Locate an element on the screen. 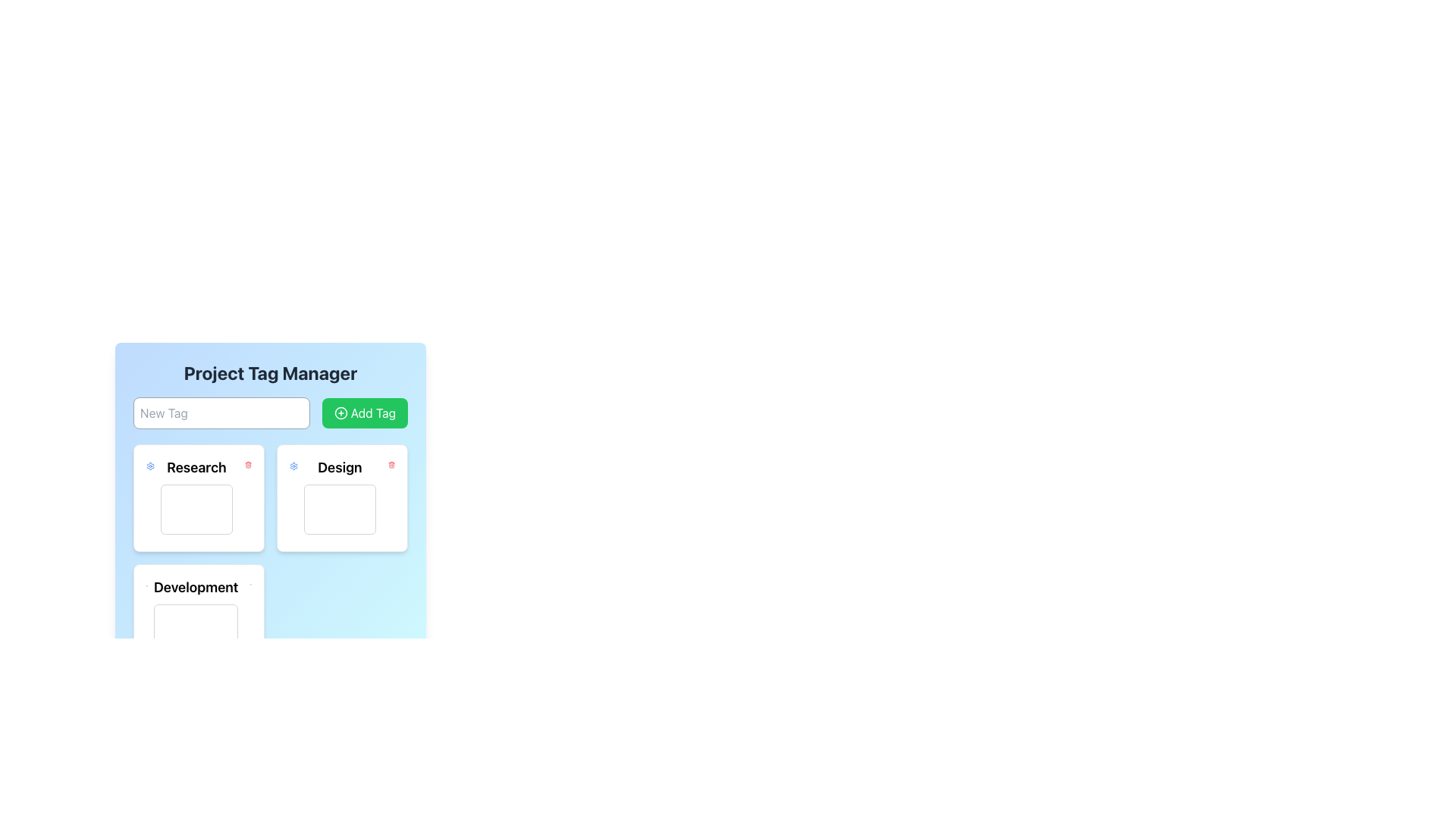 The height and width of the screenshot is (819, 1456). the graphical circle component of the 'Add Tag' button, which visually represents the action of adding new items is located at coordinates (340, 413).